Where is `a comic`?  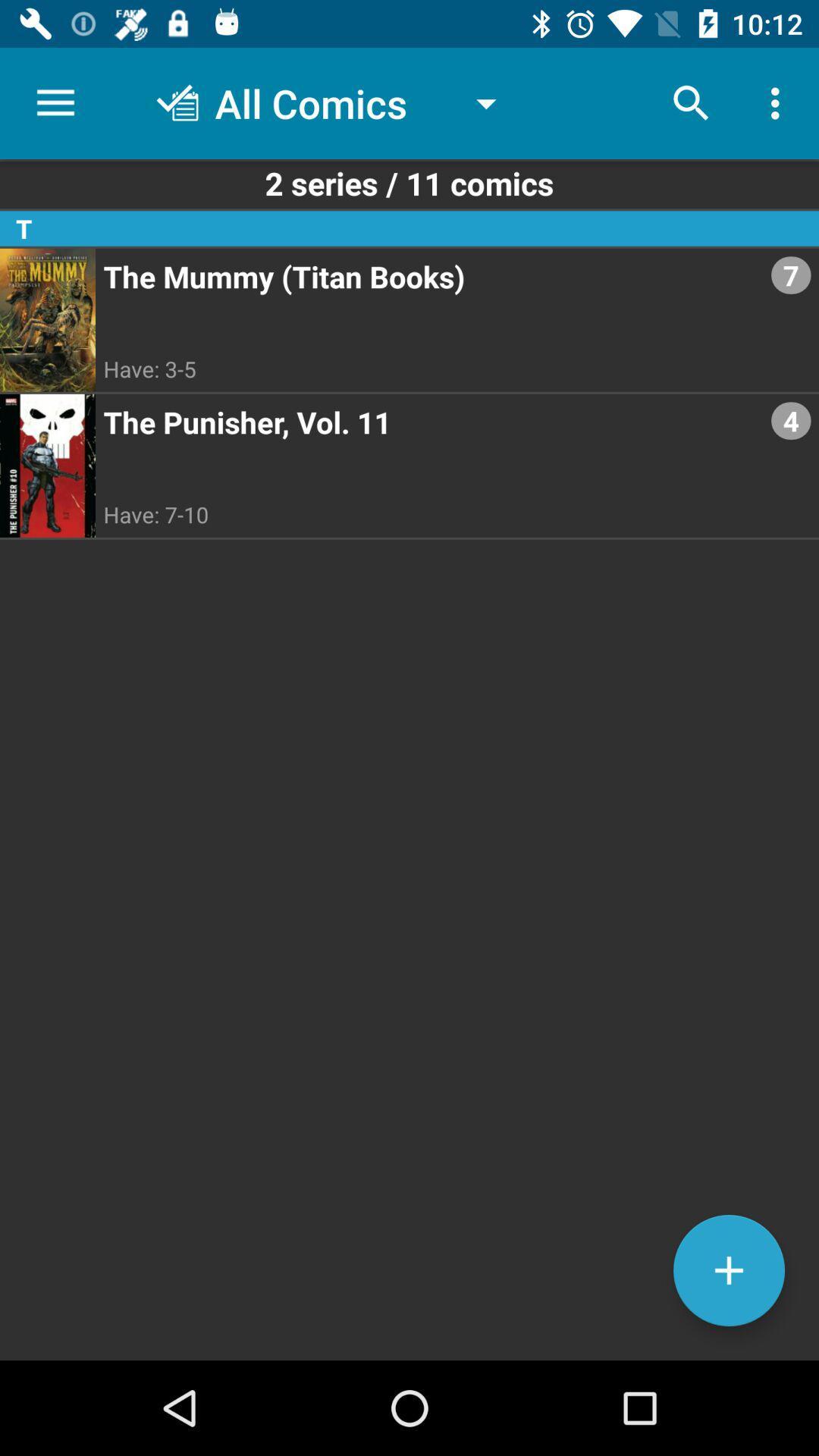
a comic is located at coordinates (728, 1270).